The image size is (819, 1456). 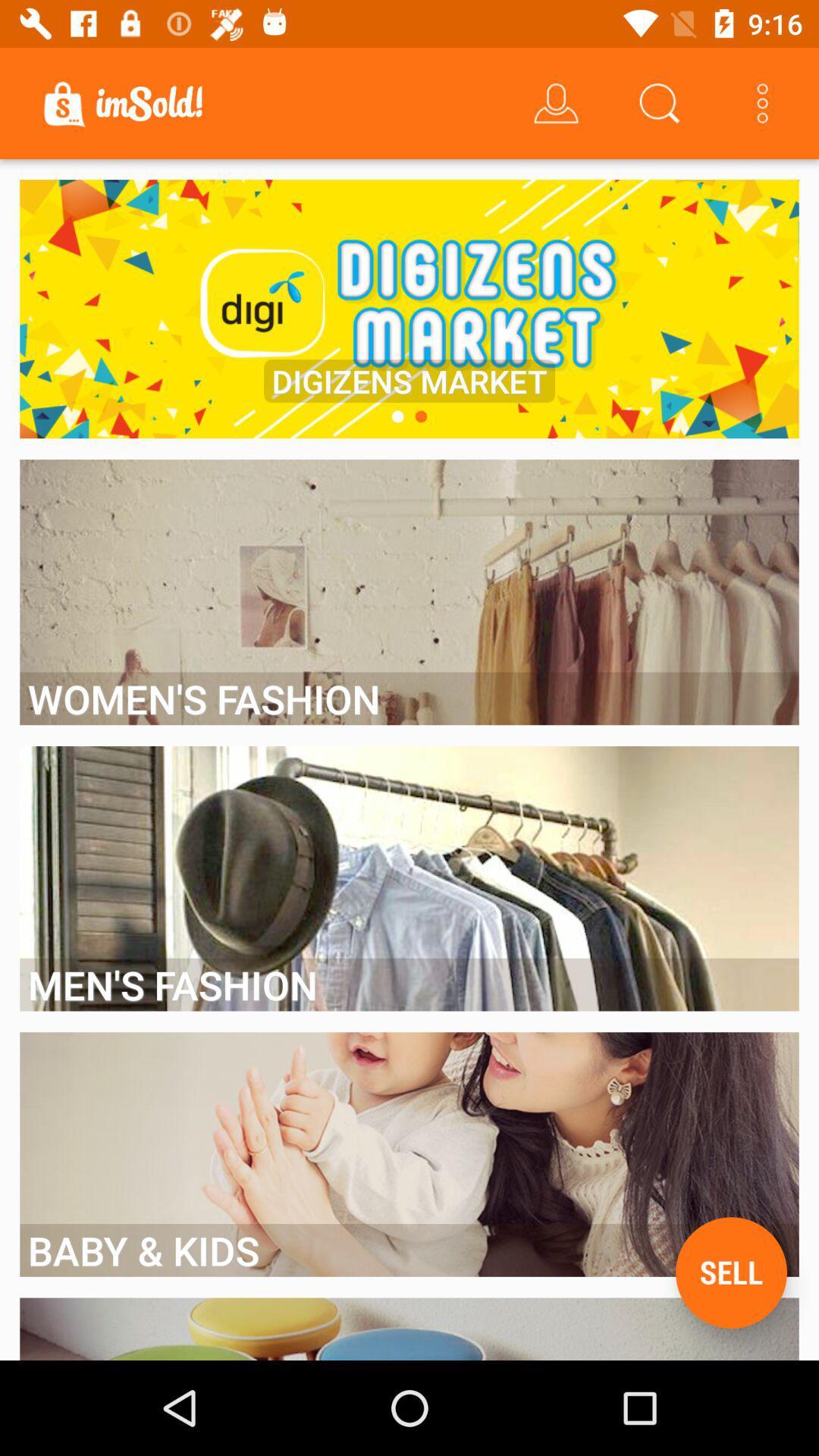 What do you see at coordinates (730, 1272) in the screenshot?
I see `sell an item` at bounding box center [730, 1272].